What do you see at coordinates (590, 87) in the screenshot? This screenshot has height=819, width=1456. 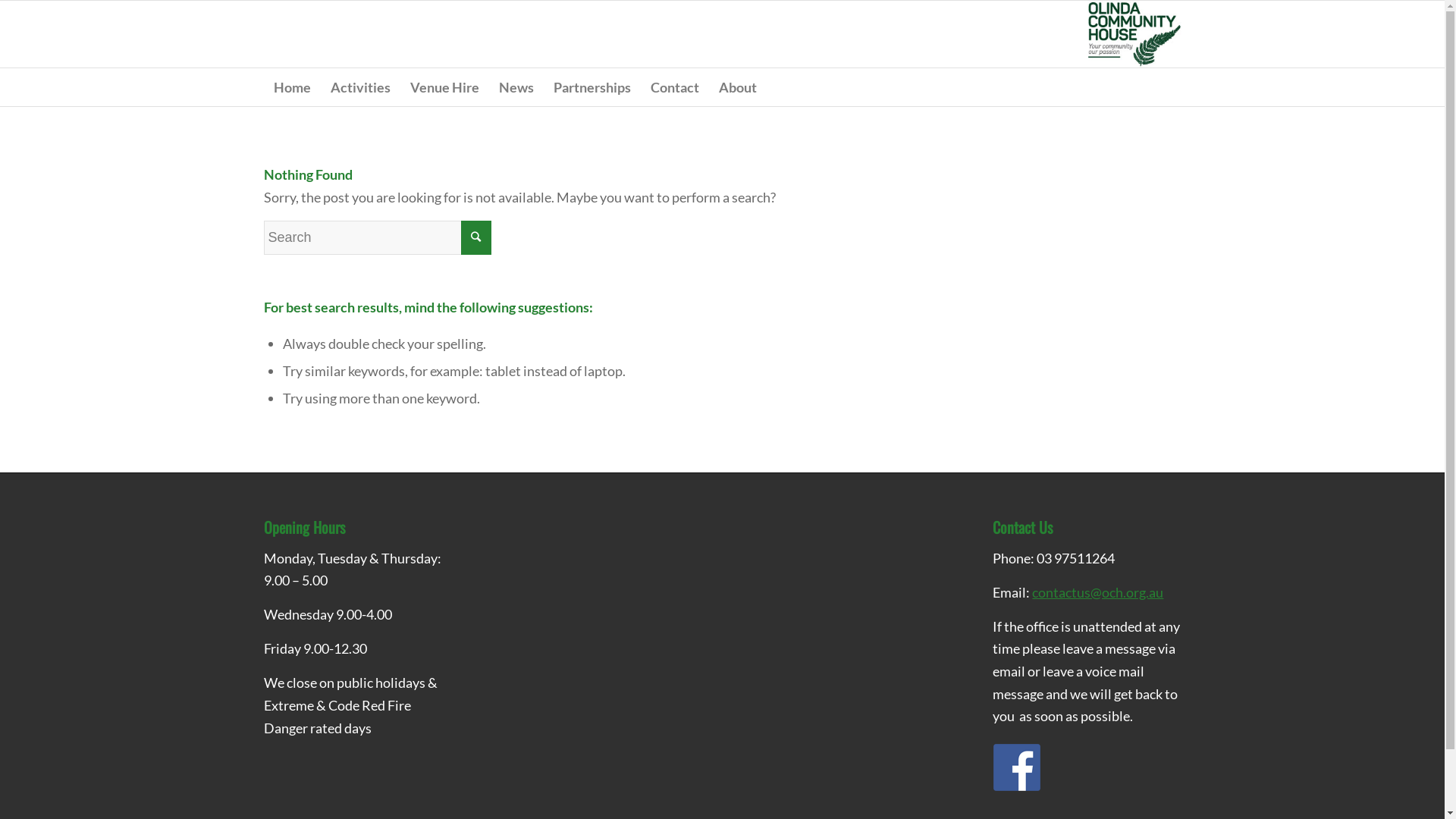 I see `'Partnerships'` at bounding box center [590, 87].